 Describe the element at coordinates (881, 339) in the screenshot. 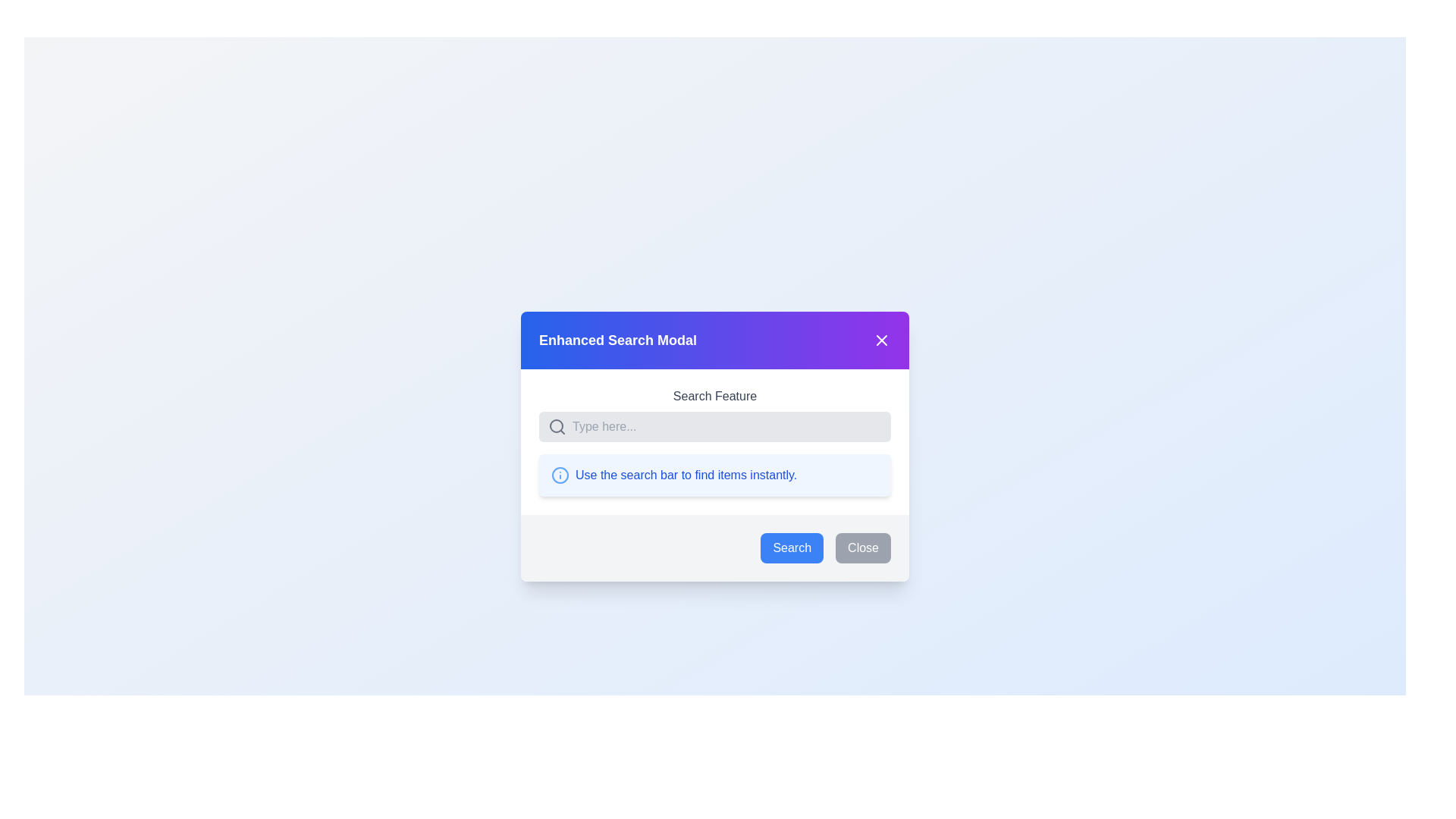

I see `the close icon in the top-right region of the Enhanced Search Modal` at that location.